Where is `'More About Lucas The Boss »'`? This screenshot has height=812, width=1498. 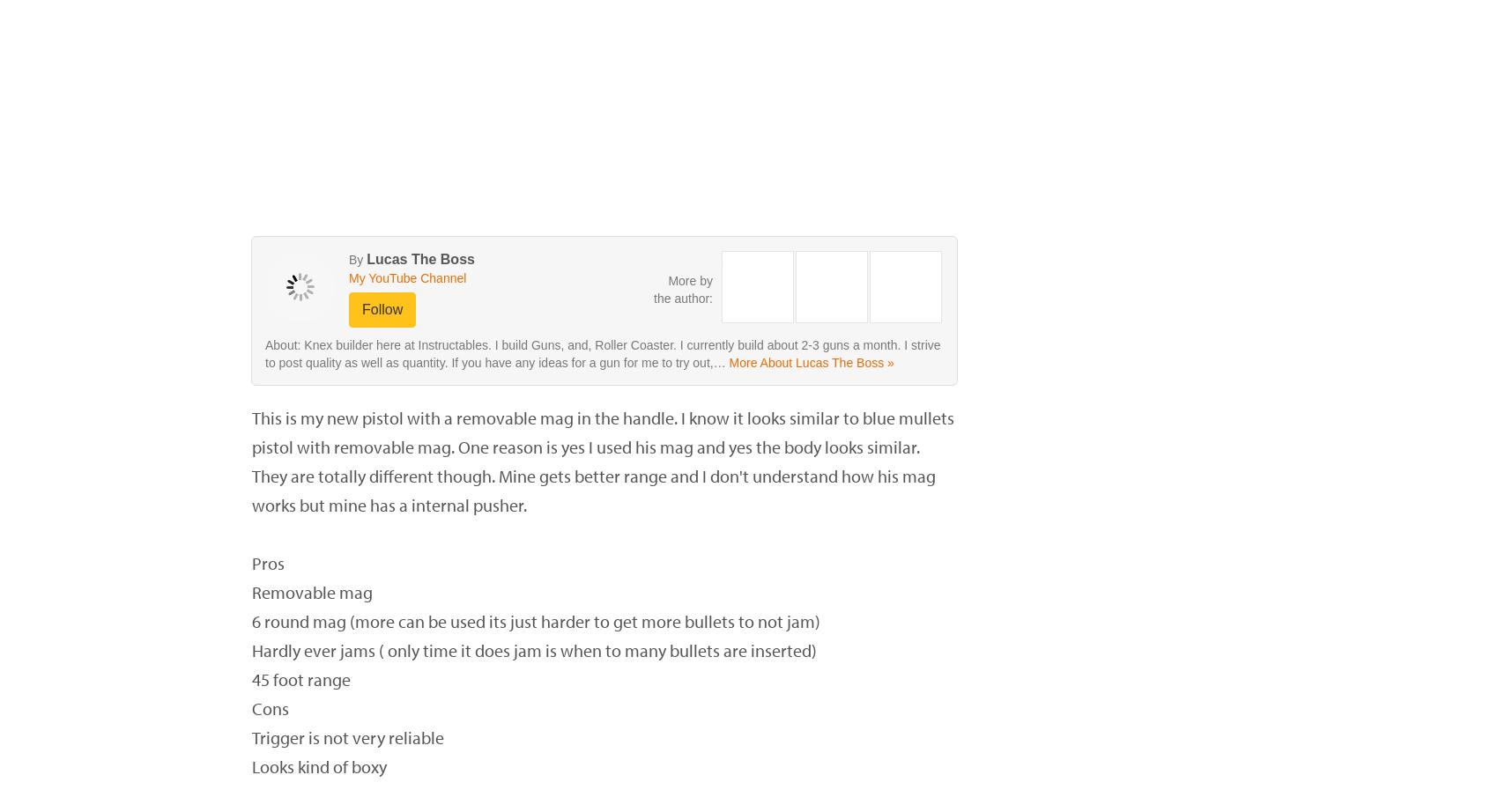 'More About Lucas The Boss »' is located at coordinates (811, 362).